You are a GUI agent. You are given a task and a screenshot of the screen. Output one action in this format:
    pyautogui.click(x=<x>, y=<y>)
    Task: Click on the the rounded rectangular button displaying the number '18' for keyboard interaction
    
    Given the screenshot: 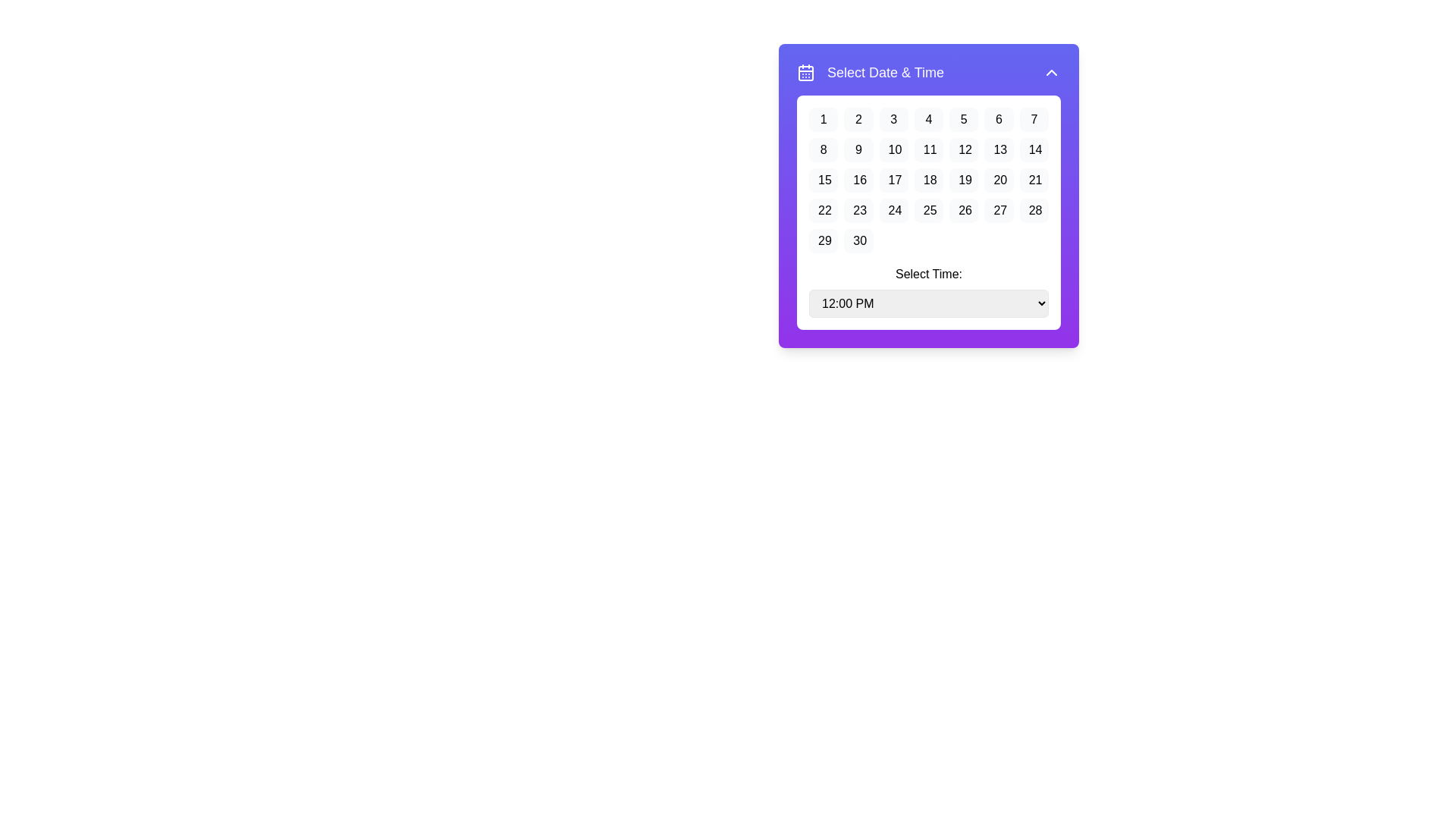 What is the action you would take?
    pyautogui.click(x=927, y=180)
    